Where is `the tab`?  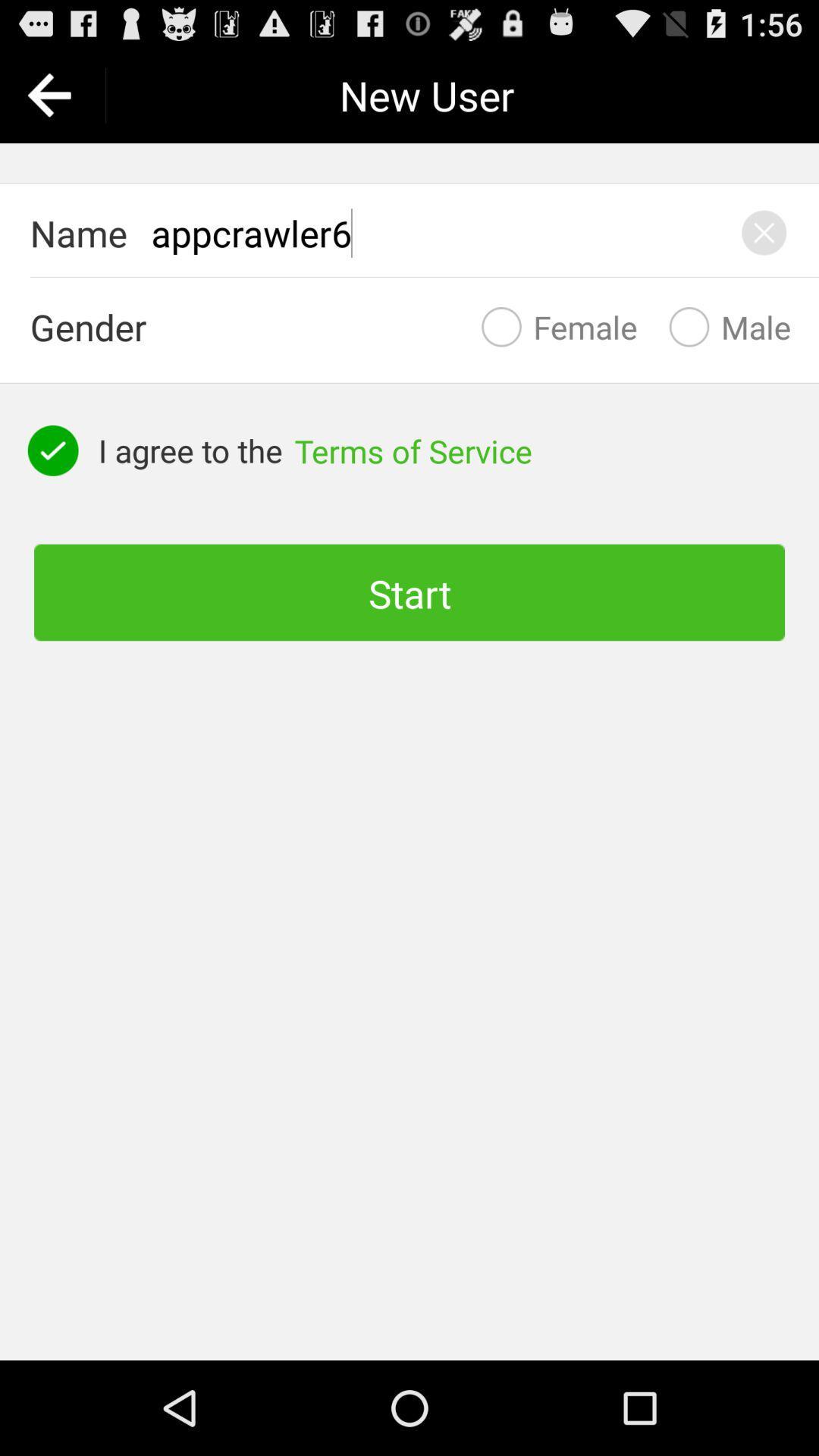
the tab is located at coordinates (764, 232).